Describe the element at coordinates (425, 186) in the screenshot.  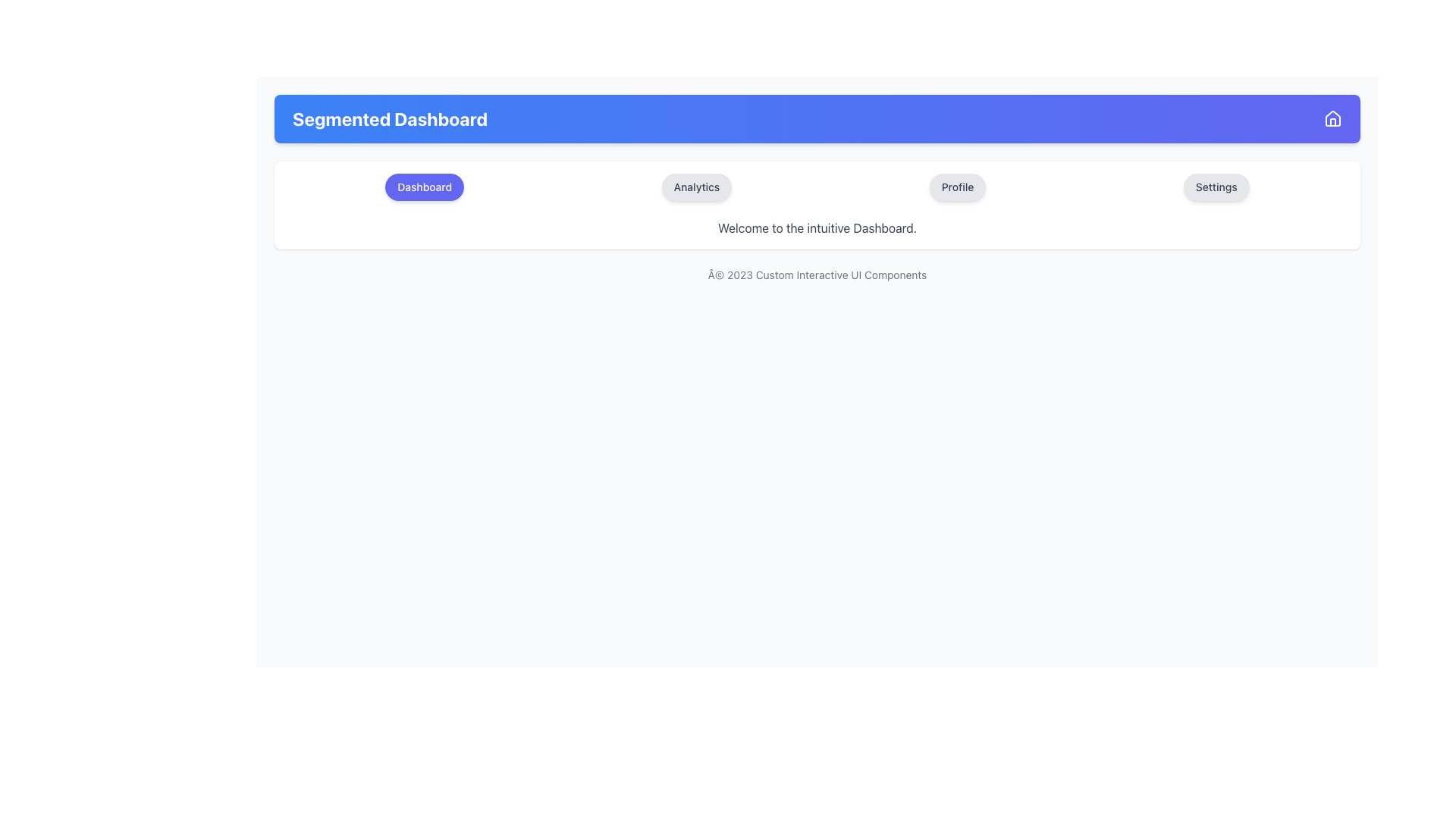
I see `the indigo button labeled 'Dashboard'` at that location.